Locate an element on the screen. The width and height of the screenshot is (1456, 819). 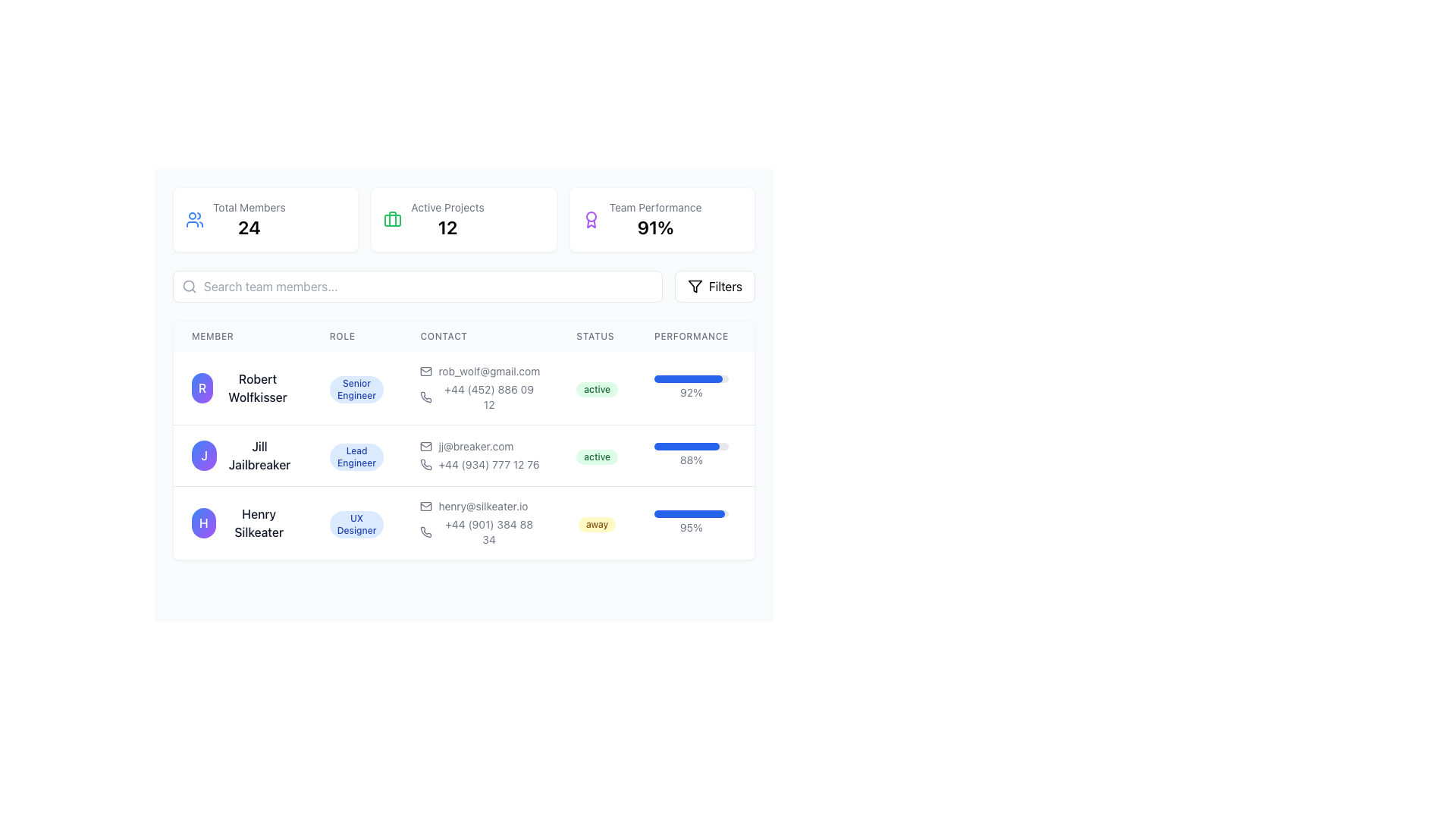
the Information display panel that presents the number of active projects, located centrally between 'Total Members' and 'Team Performance' is located at coordinates (463, 219).